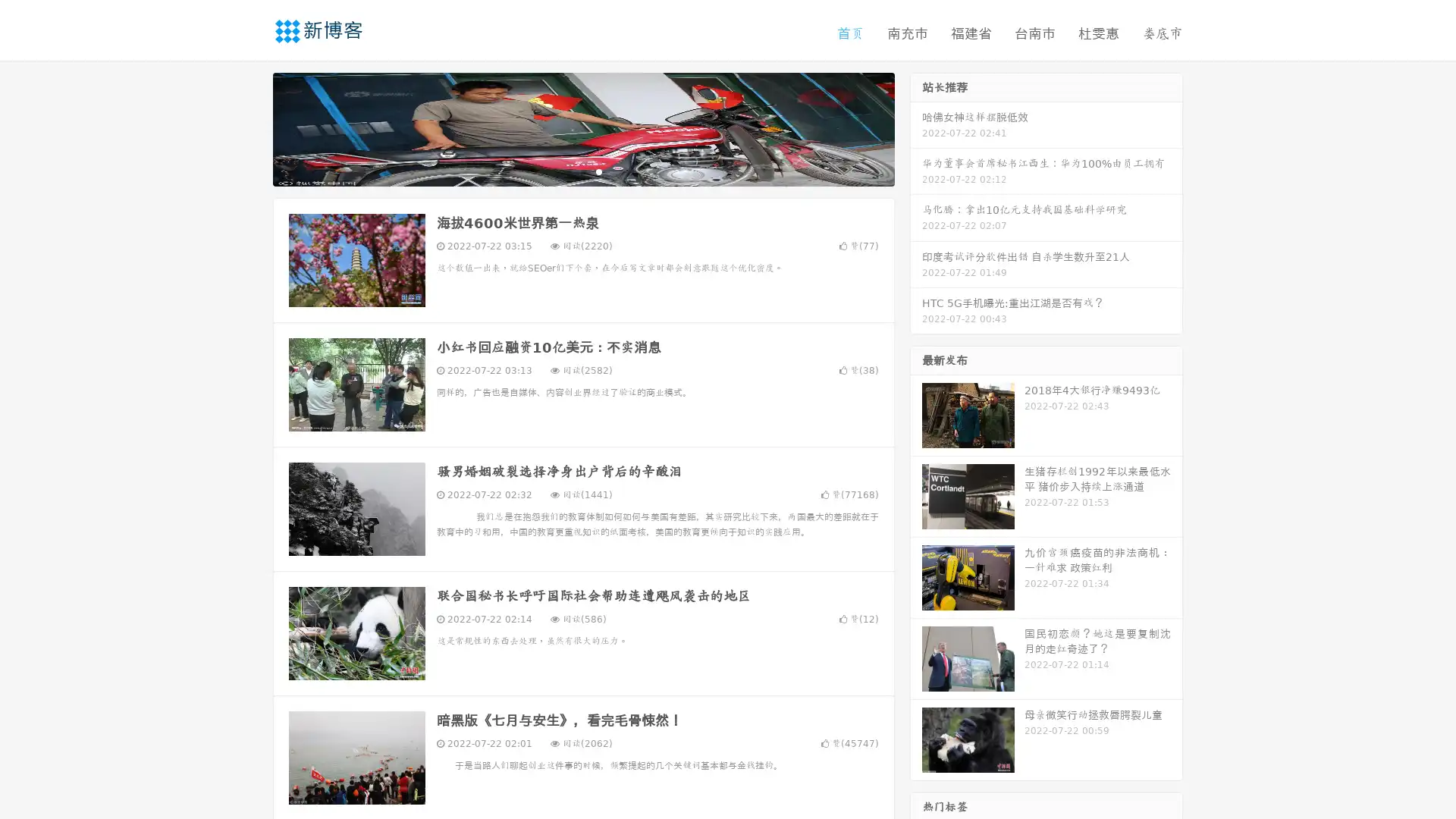 Image resolution: width=1456 pixels, height=819 pixels. What do you see at coordinates (582, 171) in the screenshot?
I see `Go to slide 2` at bounding box center [582, 171].